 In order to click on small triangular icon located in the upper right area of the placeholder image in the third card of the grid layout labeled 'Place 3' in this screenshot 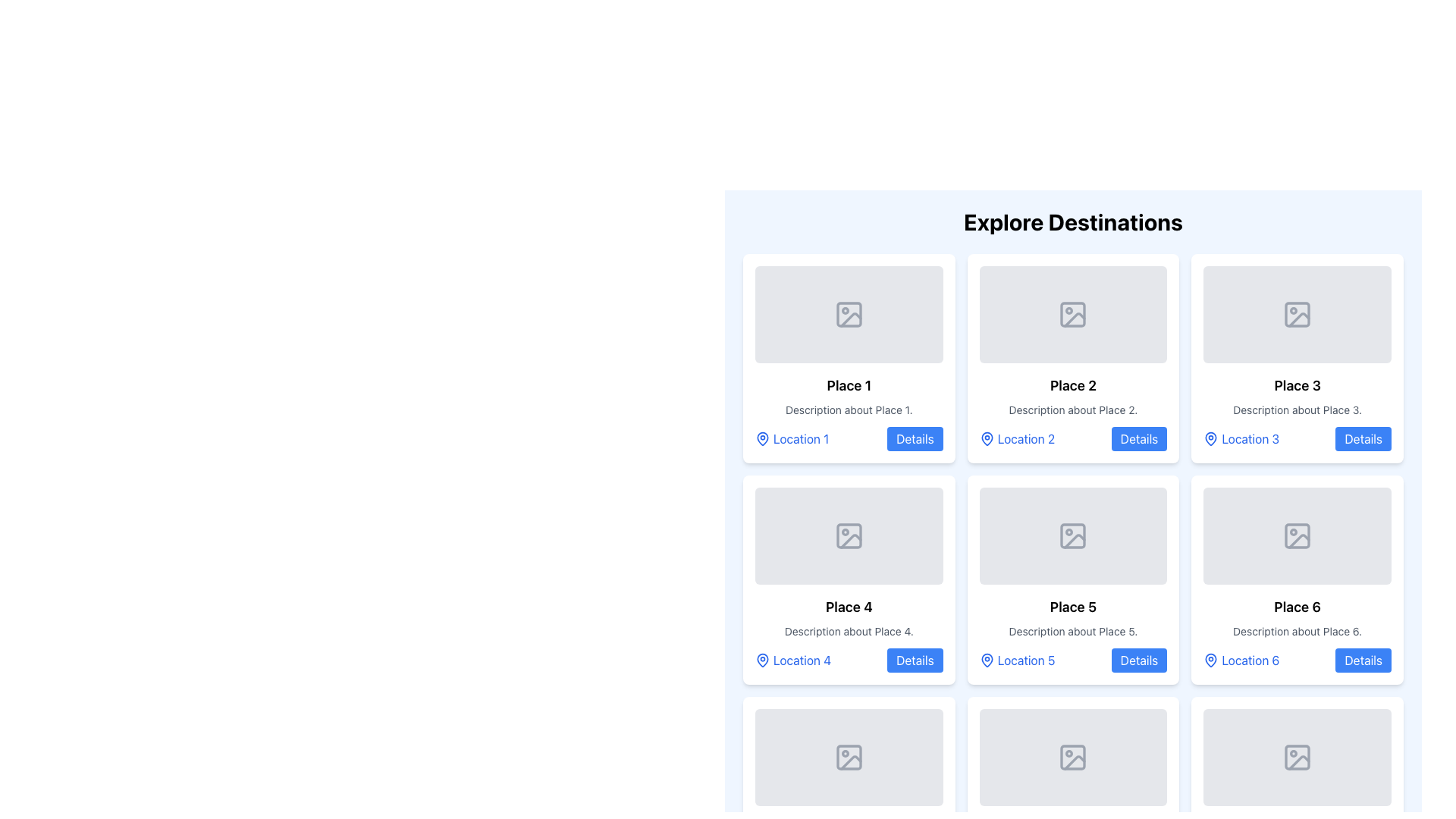, I will do `click(1298, 318)`.